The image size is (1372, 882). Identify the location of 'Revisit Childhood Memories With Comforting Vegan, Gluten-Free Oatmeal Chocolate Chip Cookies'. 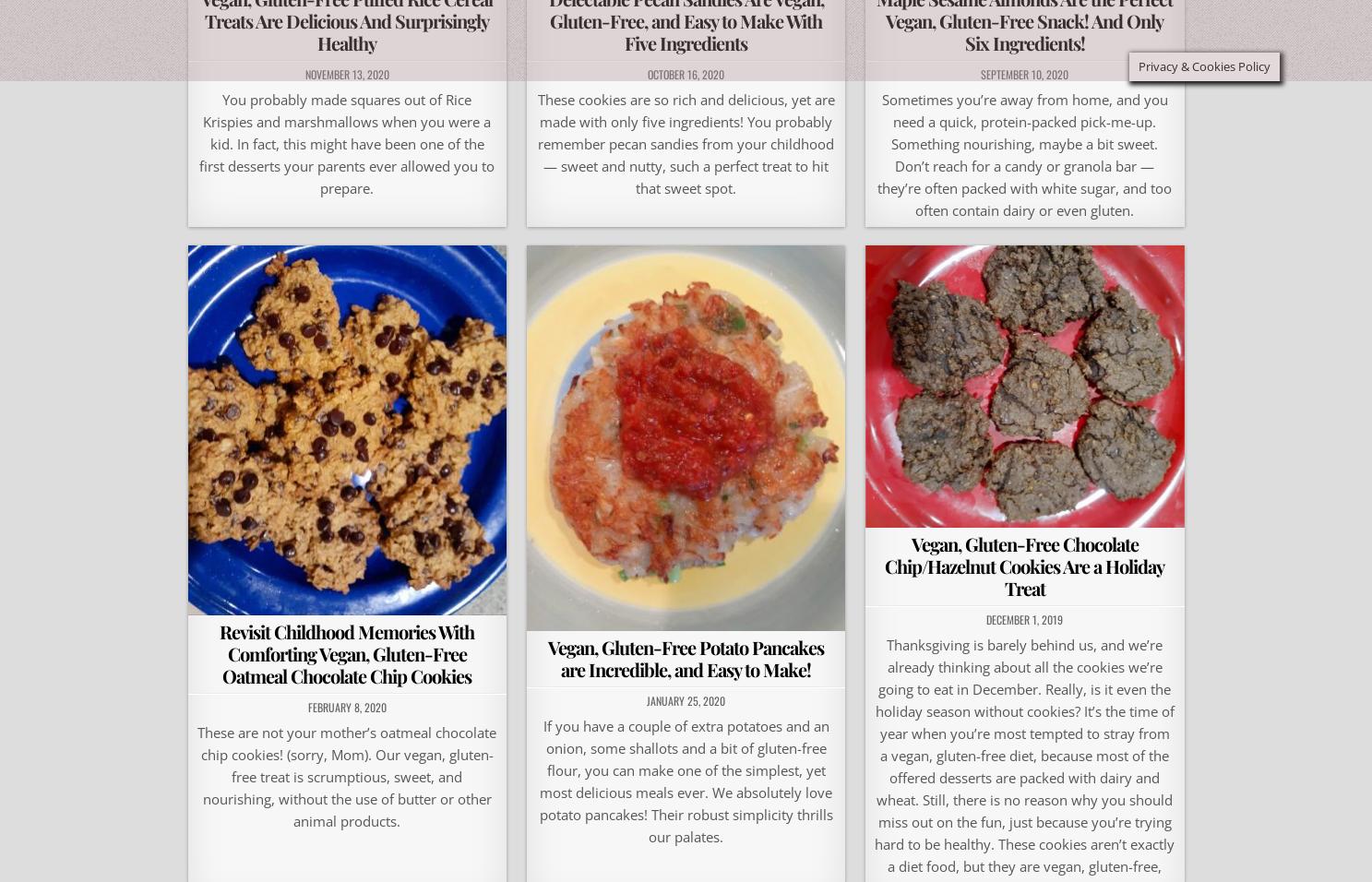
(347, 652).